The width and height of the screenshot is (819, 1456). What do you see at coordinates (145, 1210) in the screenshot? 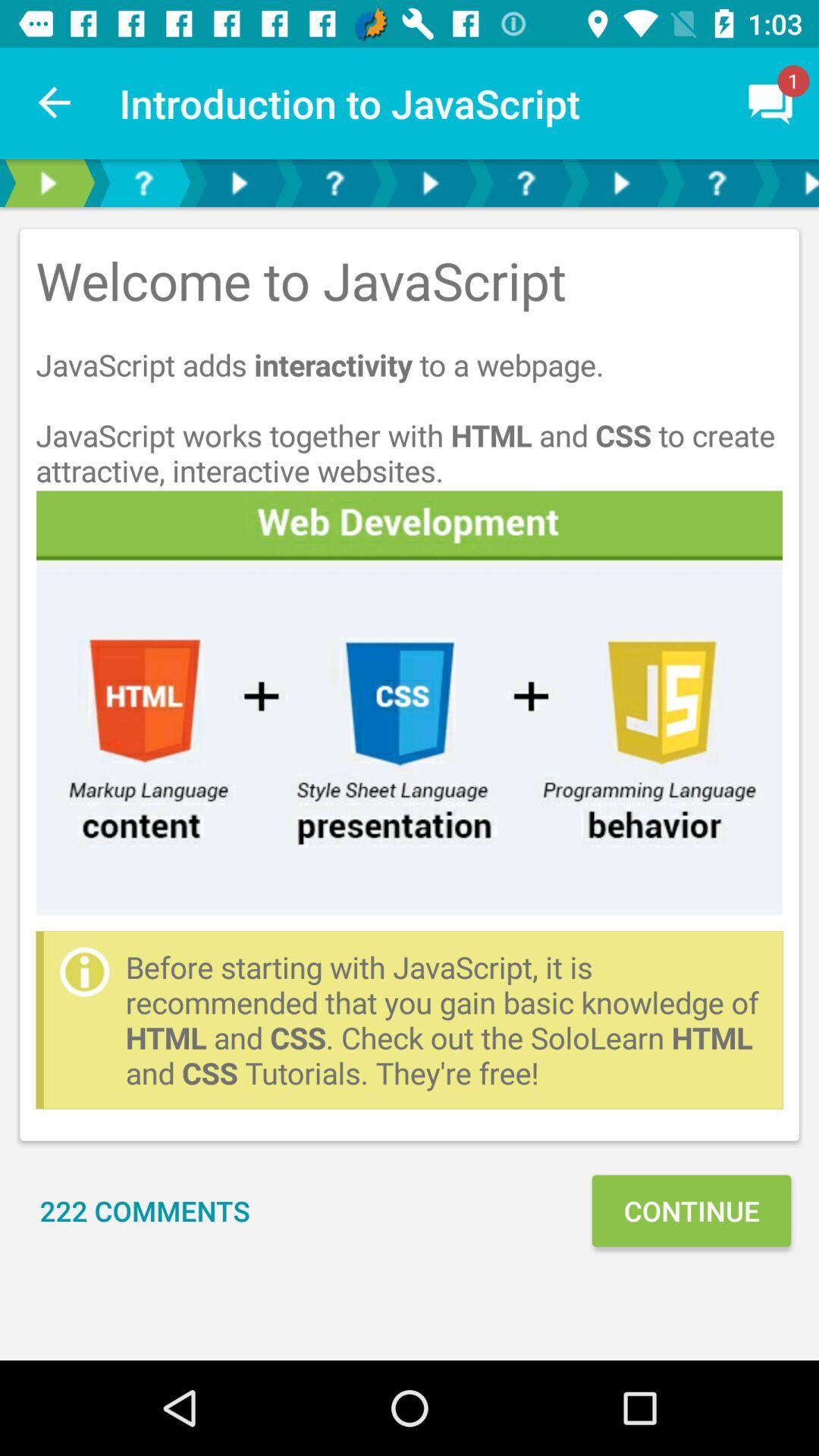
I see `item below before starting with icon` at bounding box center [145, 1210].